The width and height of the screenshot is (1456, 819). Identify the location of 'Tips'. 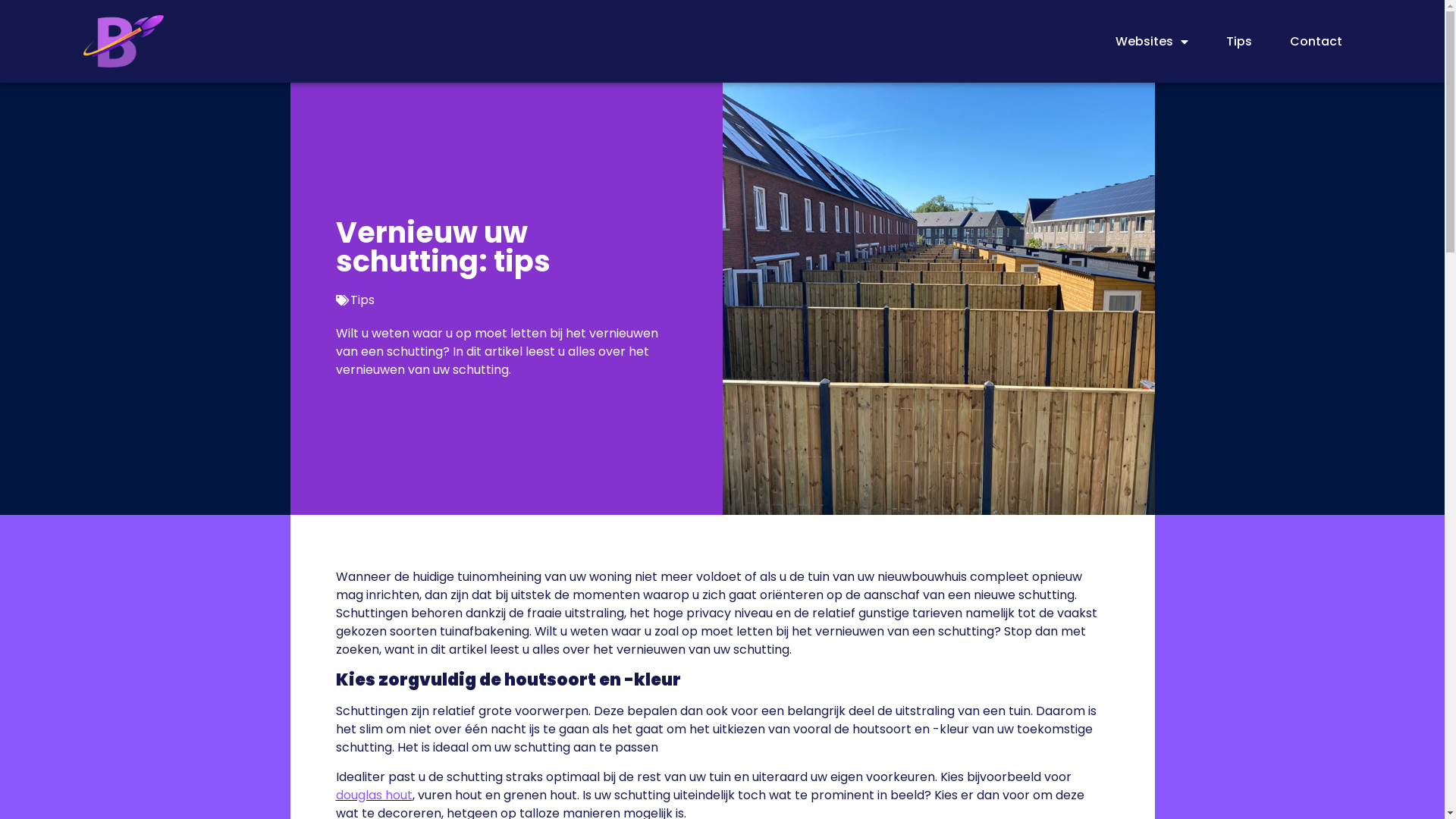
(362, 300).